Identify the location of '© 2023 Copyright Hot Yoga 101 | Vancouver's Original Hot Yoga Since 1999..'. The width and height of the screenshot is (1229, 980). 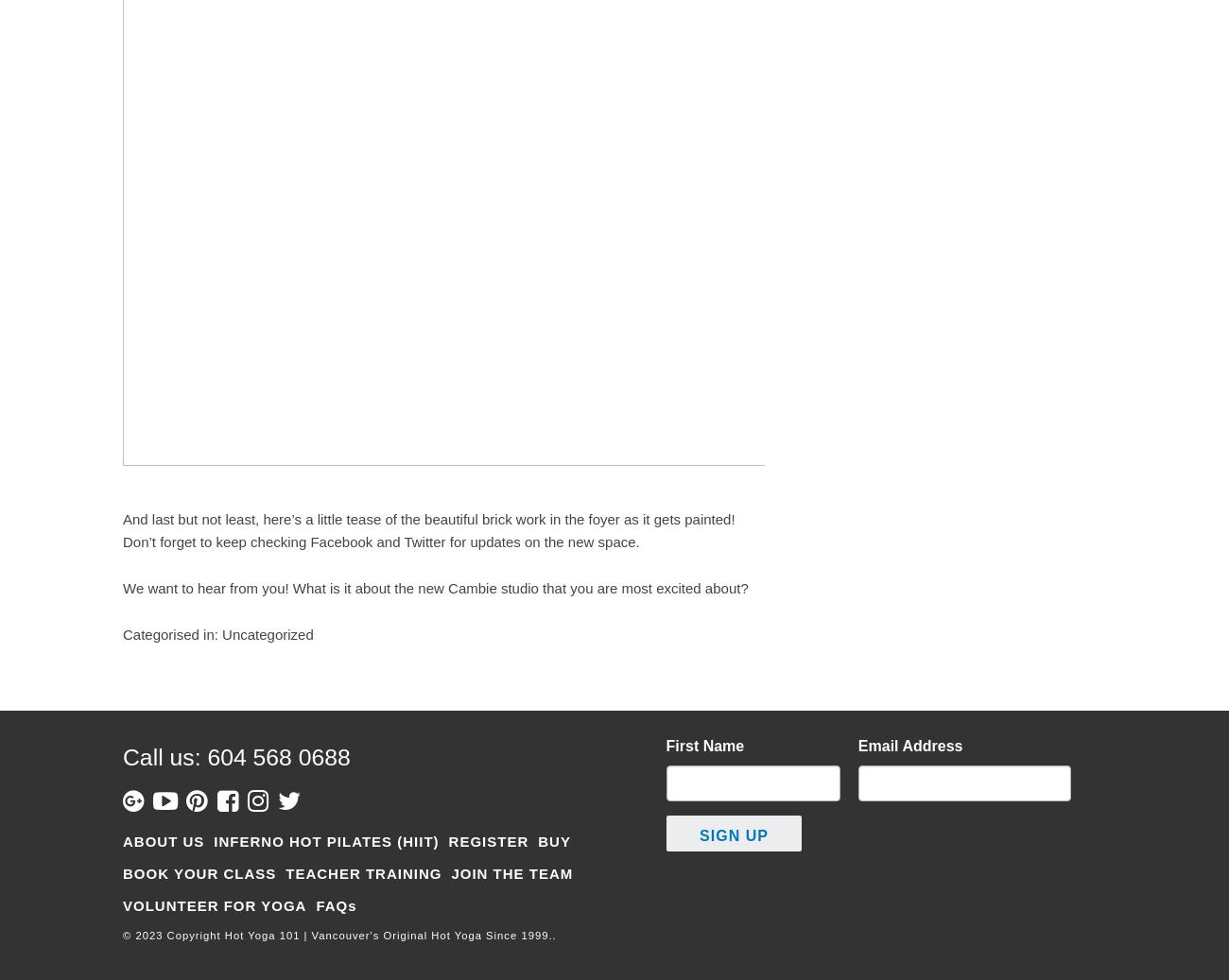
(338, 934).